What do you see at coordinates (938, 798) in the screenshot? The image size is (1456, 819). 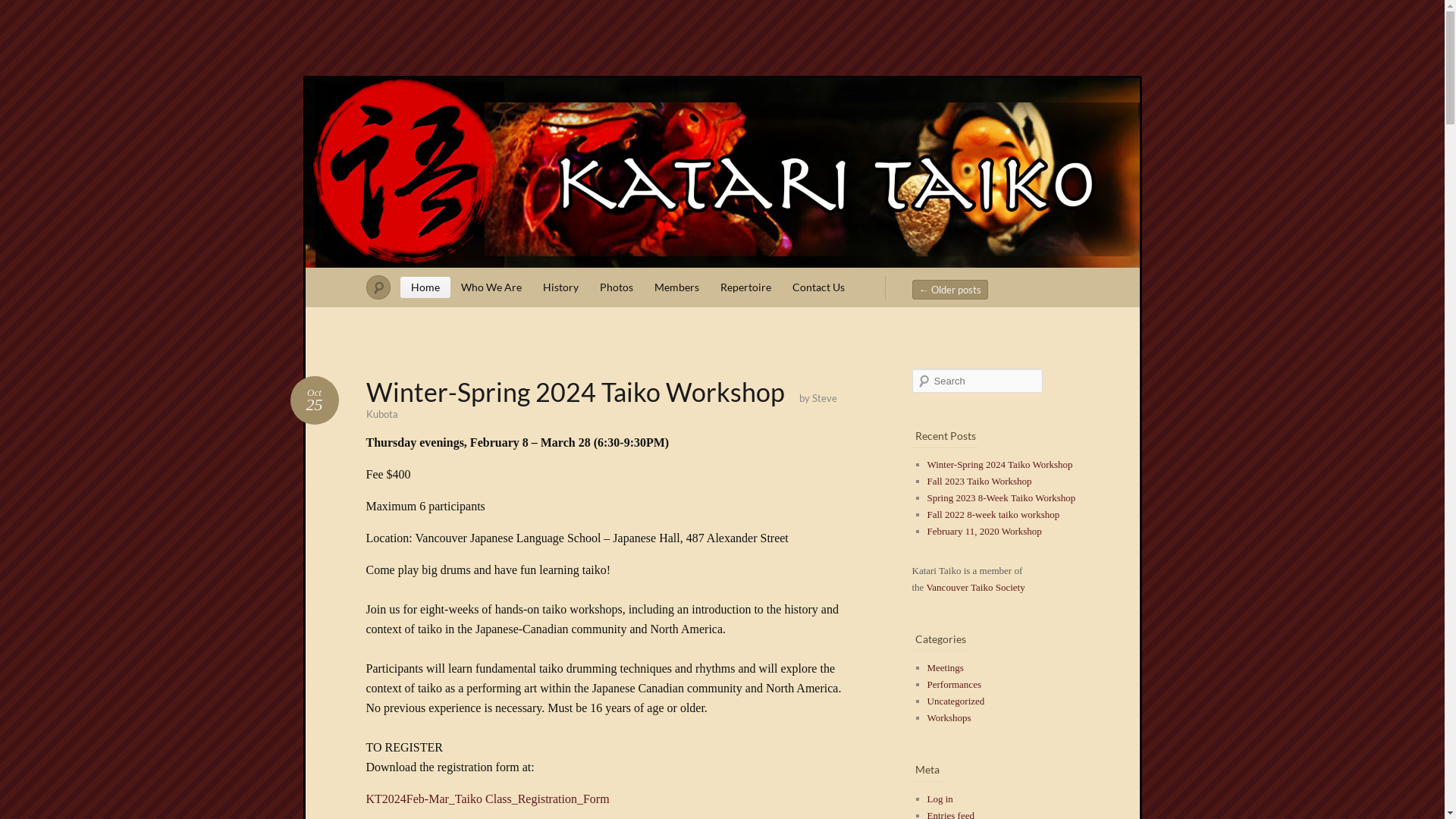 I see `'Log in'` at bounding box center [938, 798].